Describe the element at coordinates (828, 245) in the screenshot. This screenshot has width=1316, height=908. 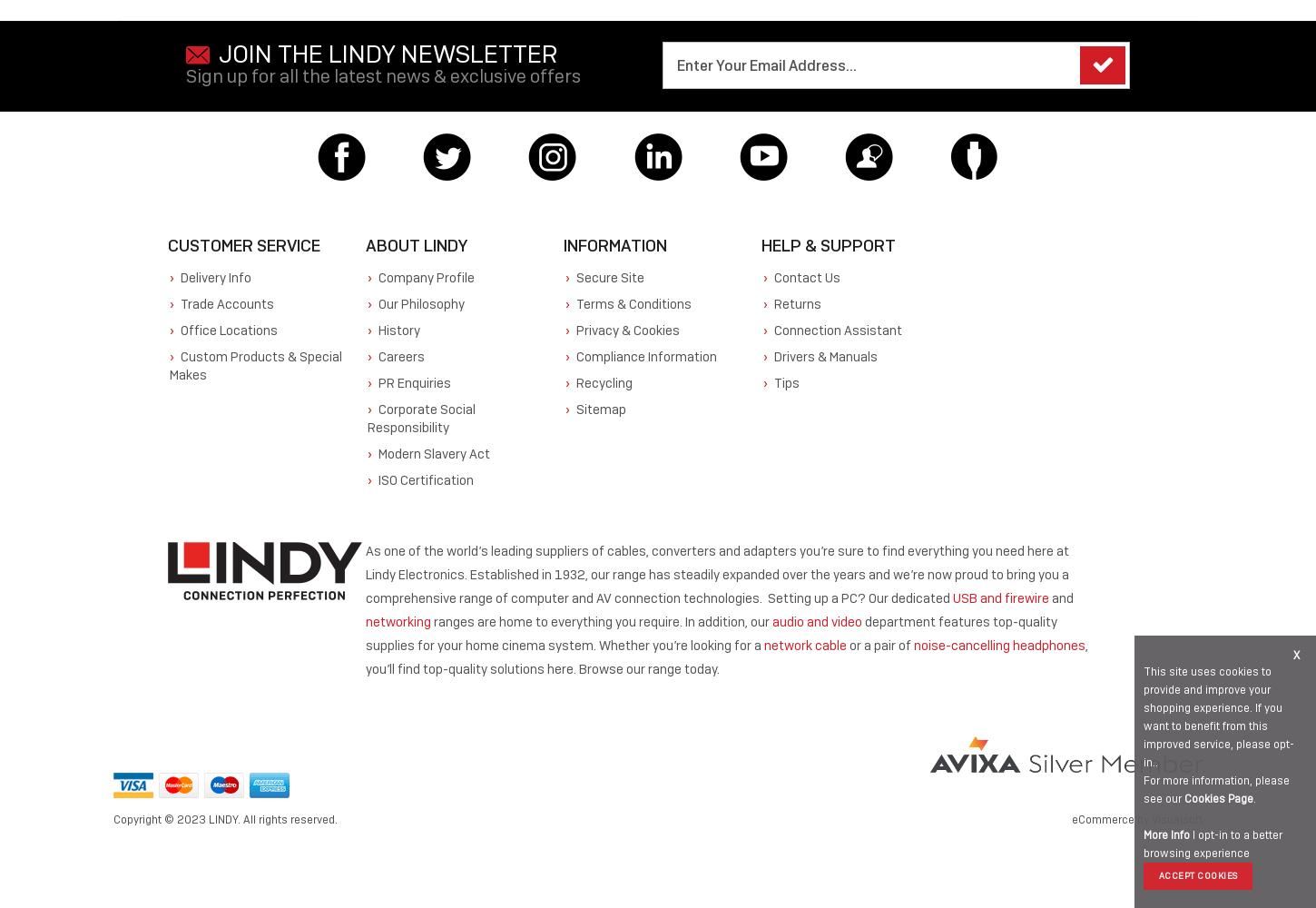
I see `'Help & Support'` at that location.